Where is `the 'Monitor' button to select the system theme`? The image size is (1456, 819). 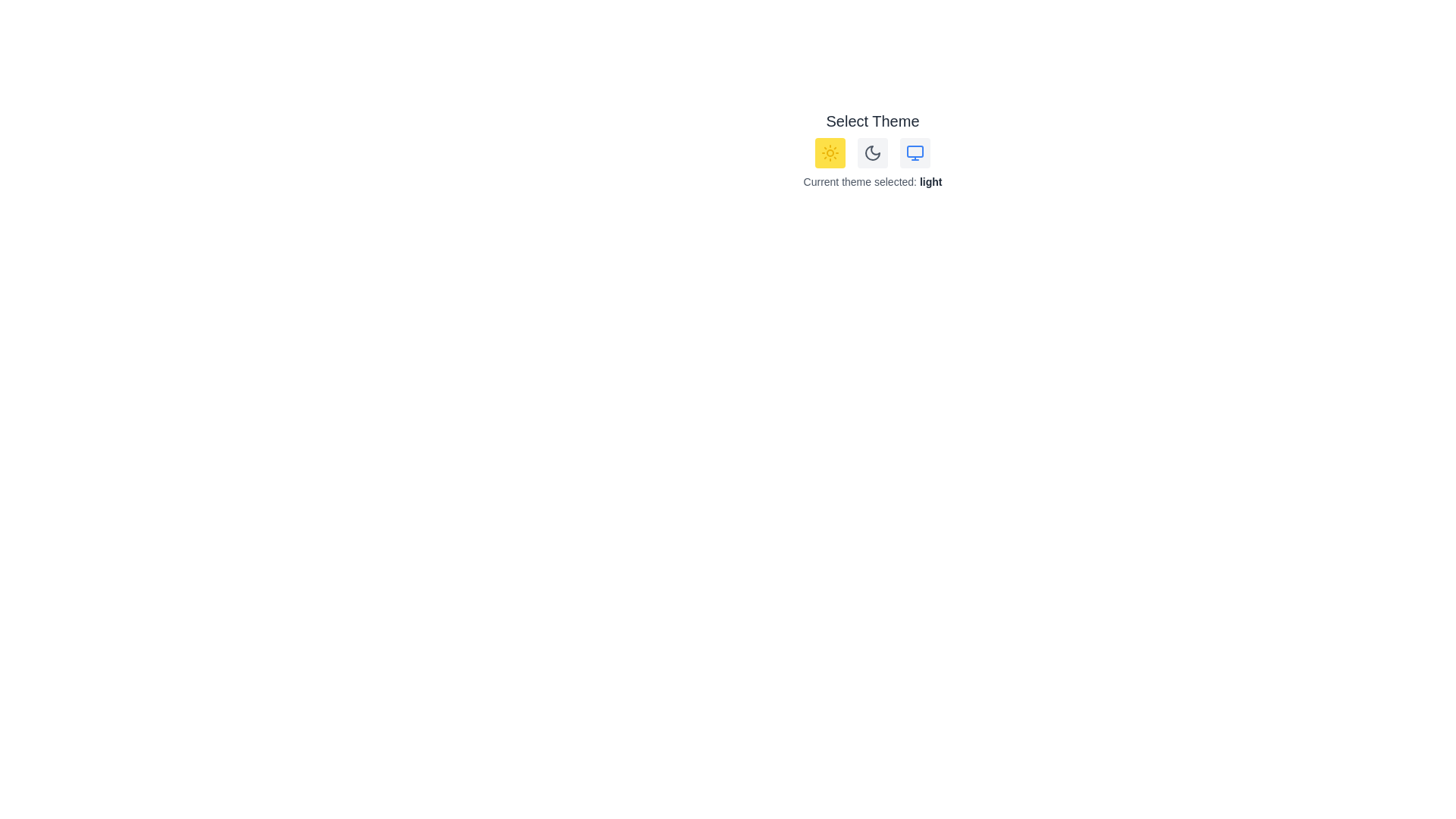 the 'Monitor' button to select the system theme is located at coordinates (914, 152).